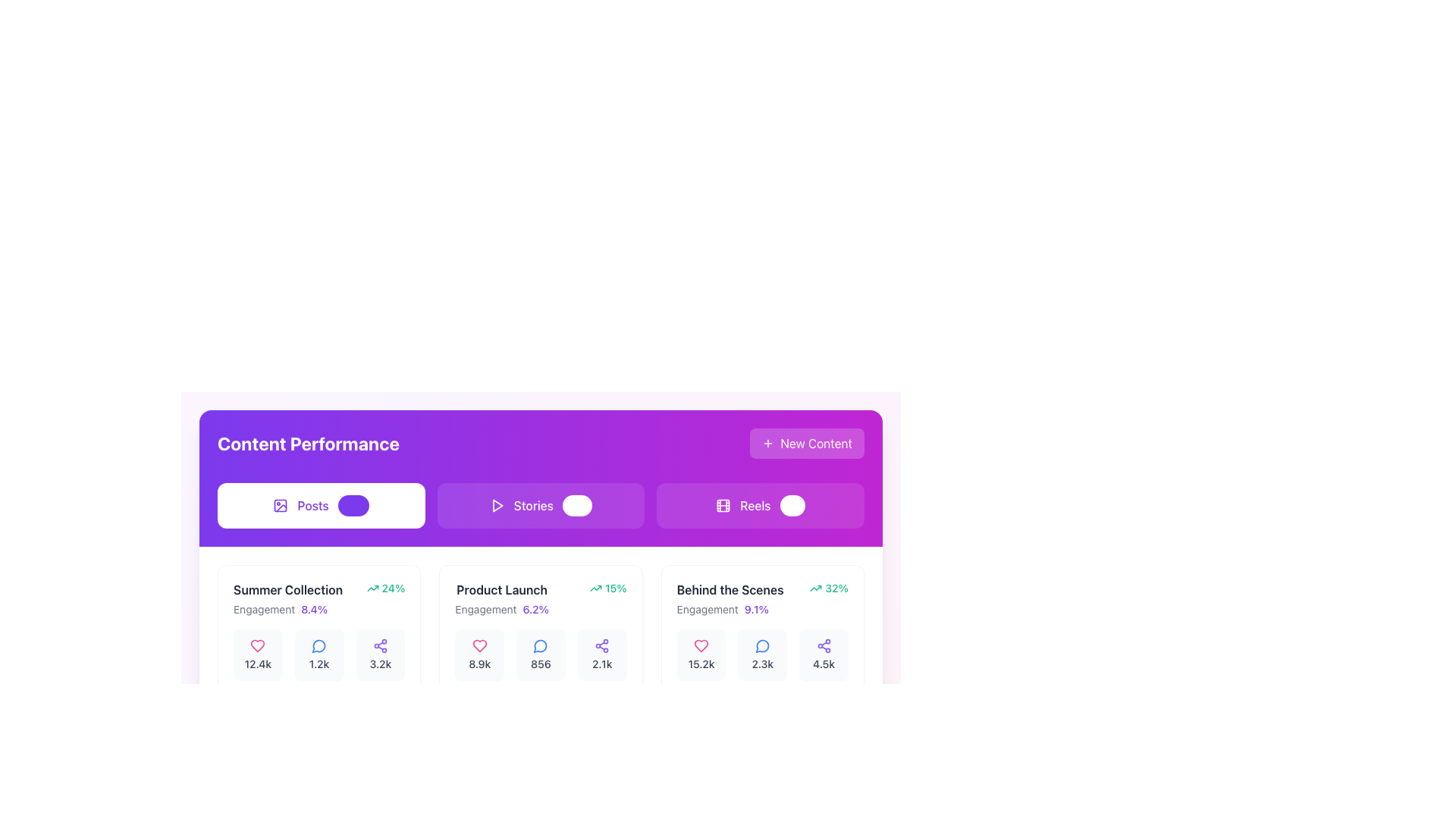 The height and width of the screenshot is (819, 1456). I want to click on value displayed in the Text Display that shows the count of likes for the 'Behind the Scenes' section, located within a light gray rounded background box underneath a pink heart icon, so click(701, 663).